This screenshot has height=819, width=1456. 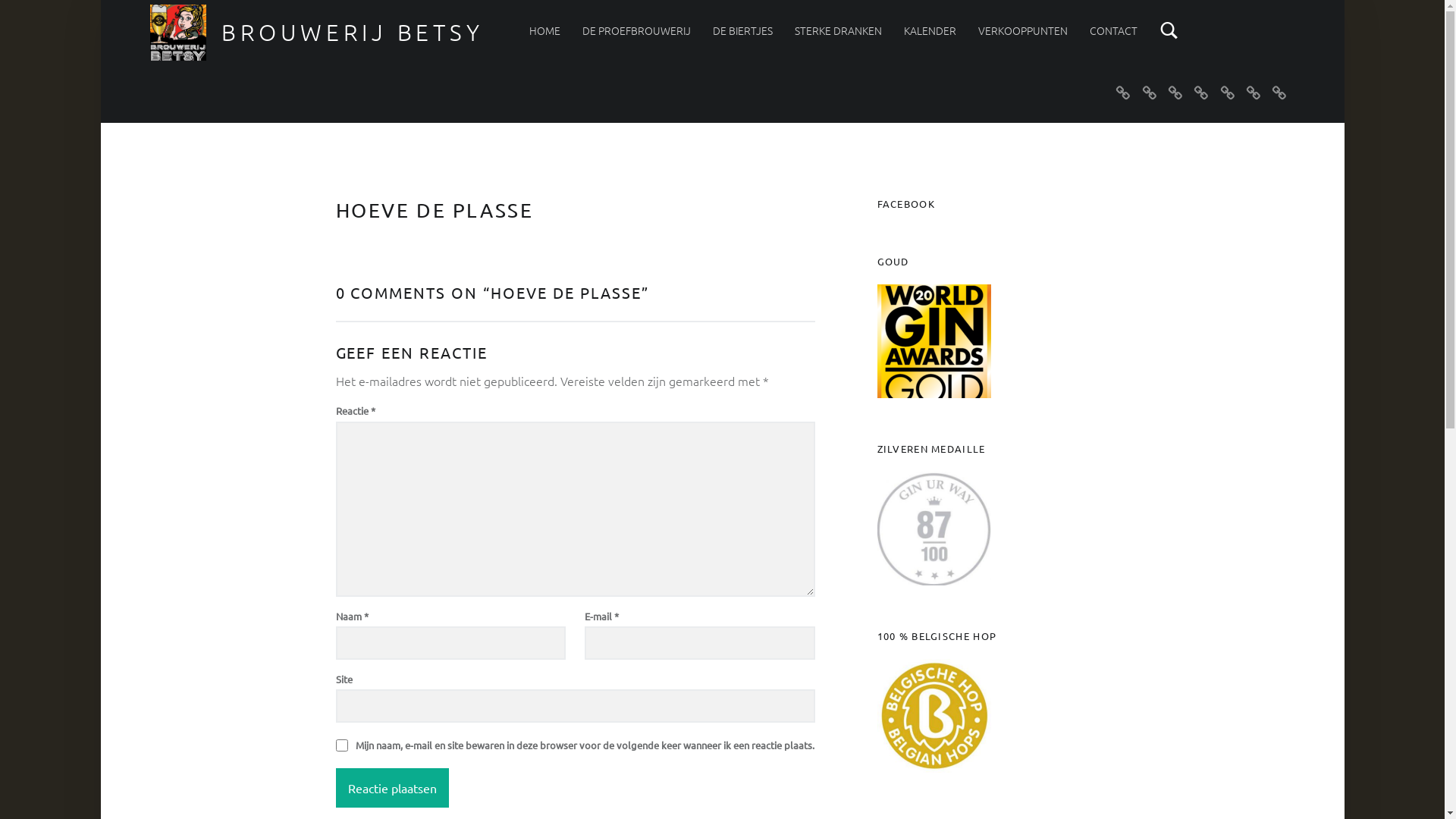 What do you see at coordinates (837, 30) in the screenshot?
I see `'STERKE DRANKEN'` at bounding box center [837, 30].